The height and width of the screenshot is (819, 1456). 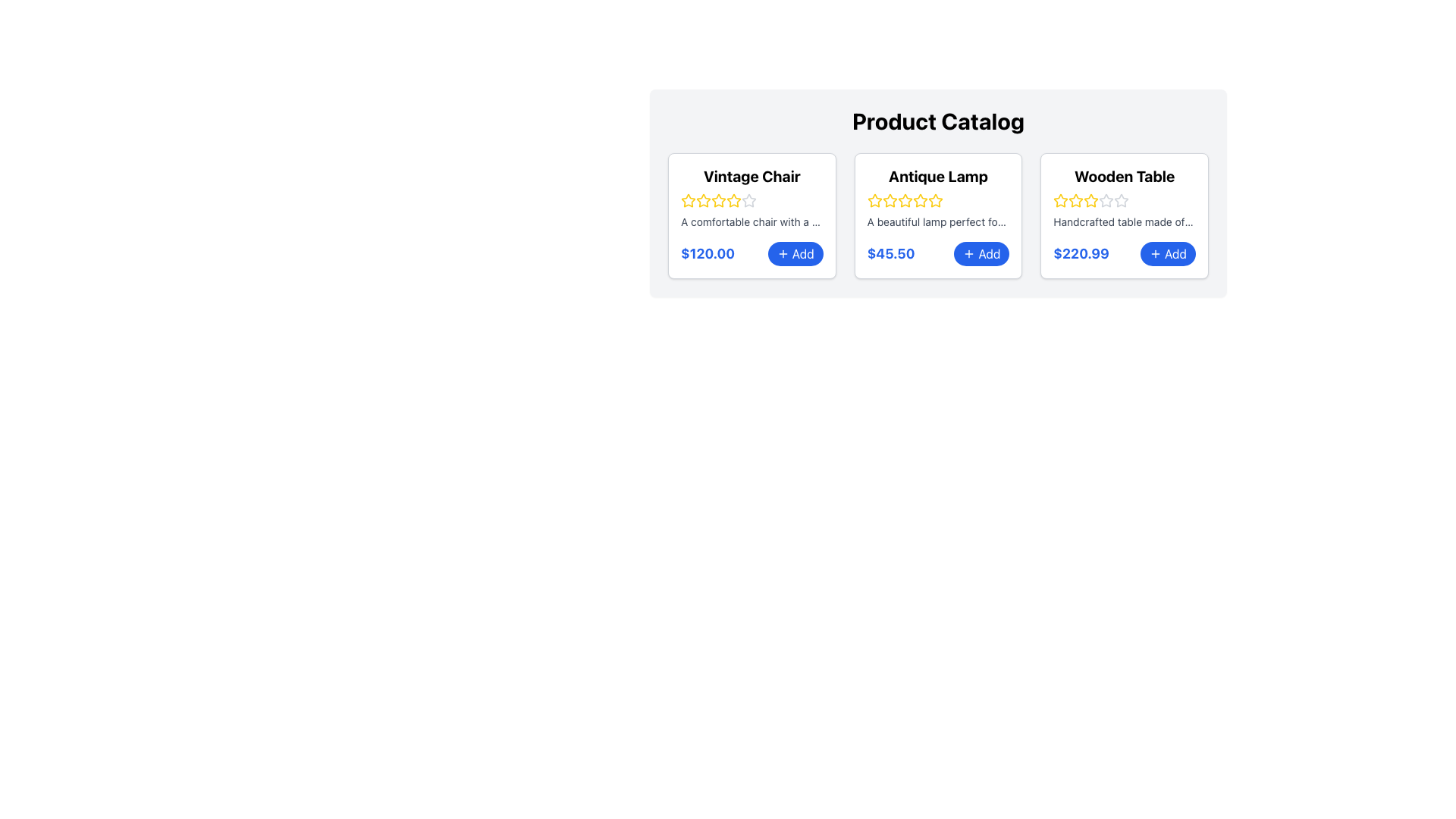 What do you see at coordinates (1090, 200) in the screenshot?
I see `the style of the fourth star icon in the star rating system located under the 'Wooden Table' product card in the 'Product Catalog' section` at bounding box center [1090, 200].